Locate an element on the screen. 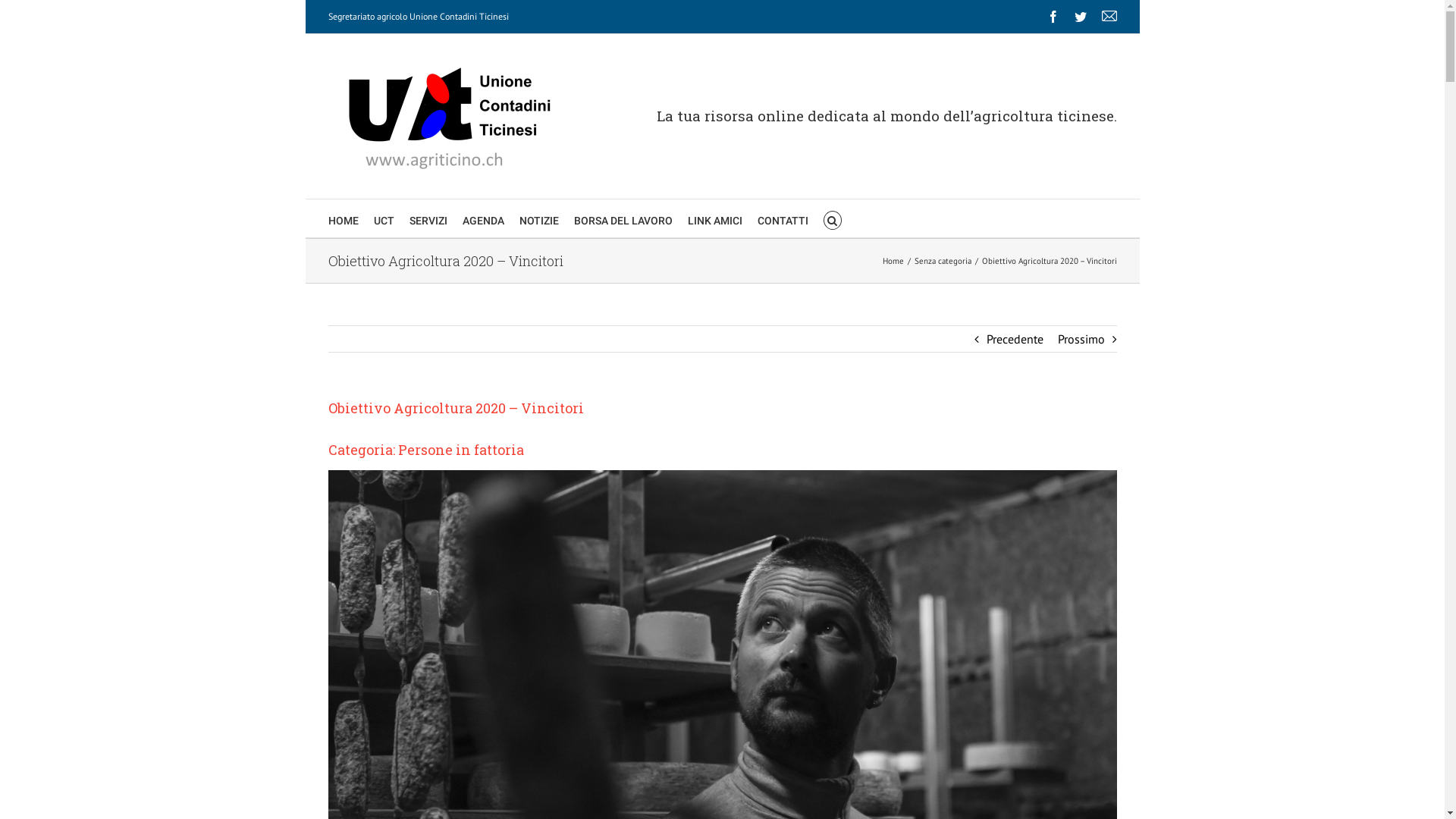 Image resolution: width=1456 pixels, height=819 pixels. 'Prossimo' is located at coordinates (1080, 338).